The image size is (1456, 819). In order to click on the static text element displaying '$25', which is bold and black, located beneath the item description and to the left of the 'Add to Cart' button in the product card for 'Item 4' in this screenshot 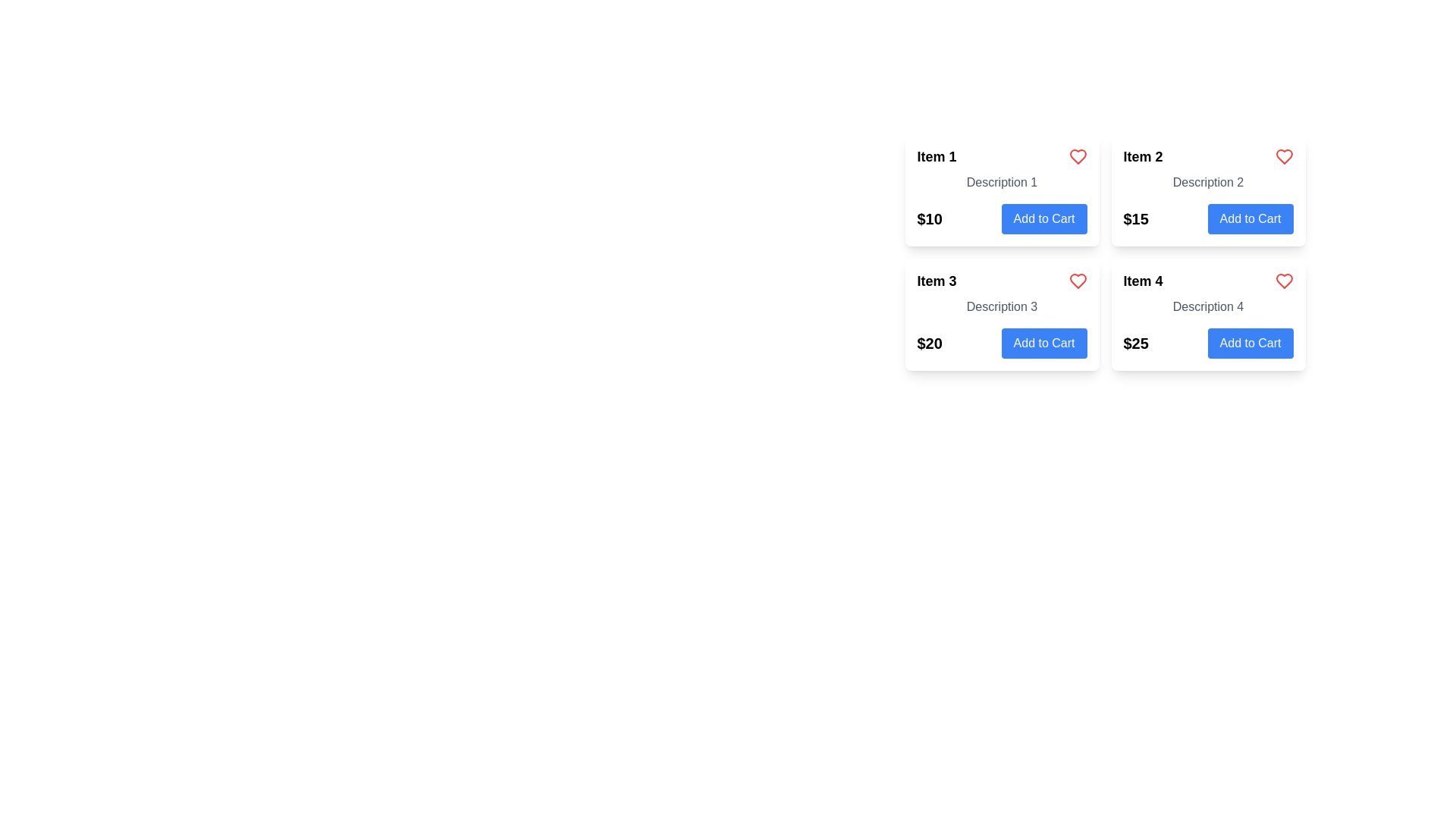, I will do `click(1136, 343)`.